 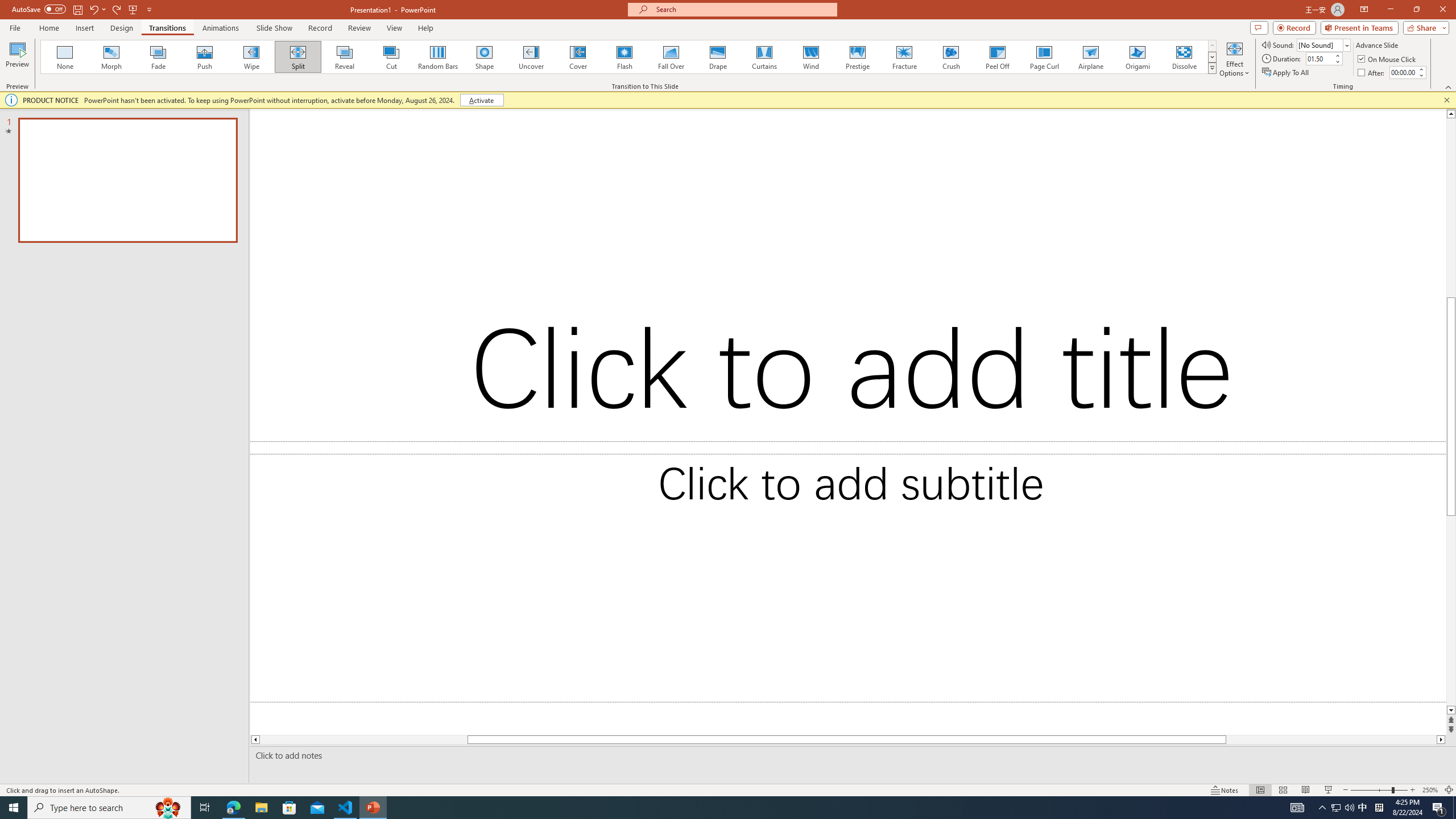 I want to click on 'Flash', so click(x=624, y=56).